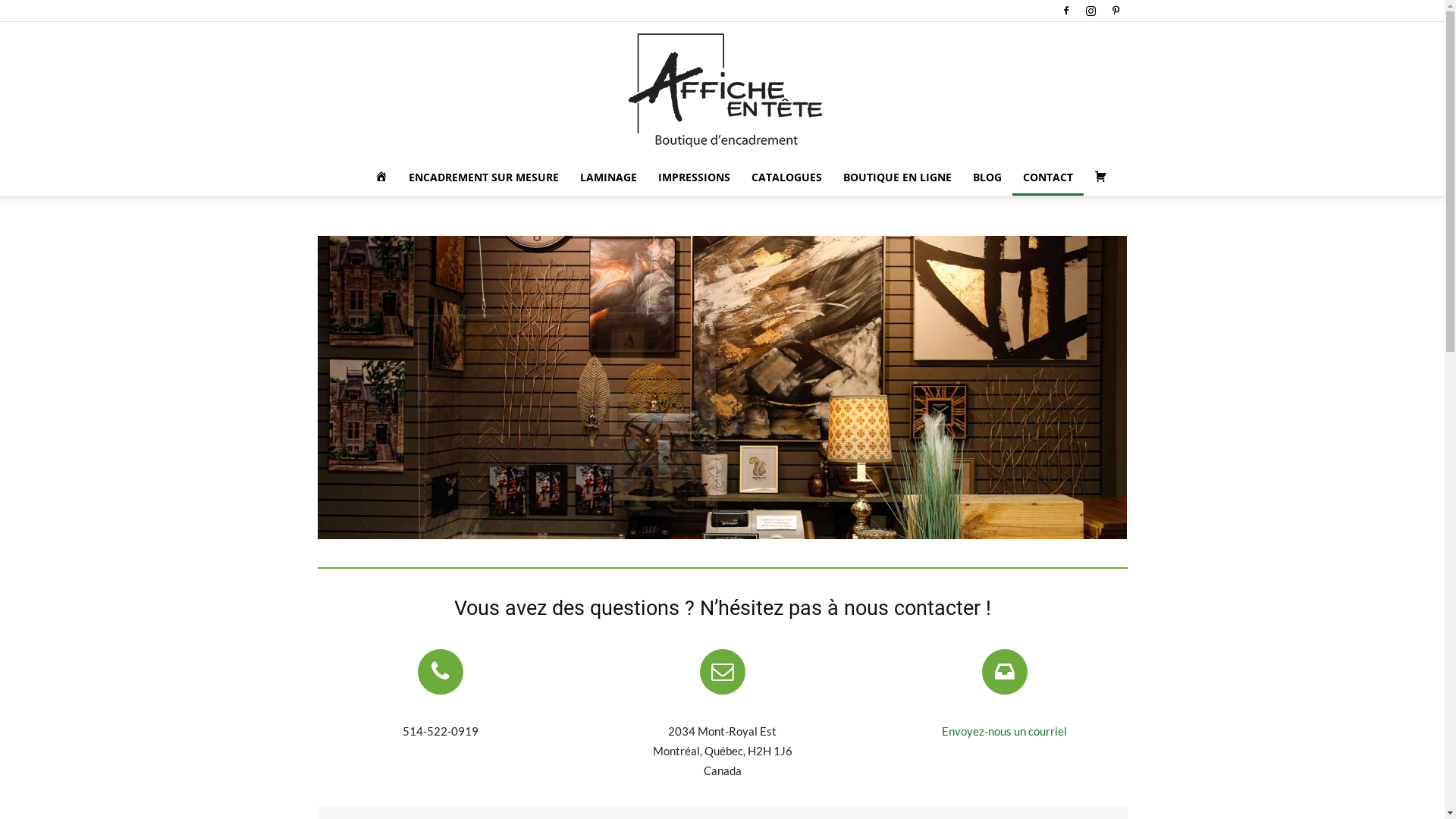 Image resolution: width=1456 pixels, height=819 pixels. Describe the element at coordinates (1046, 177) in the screenshot. I see `'CONTACT'` at that location.